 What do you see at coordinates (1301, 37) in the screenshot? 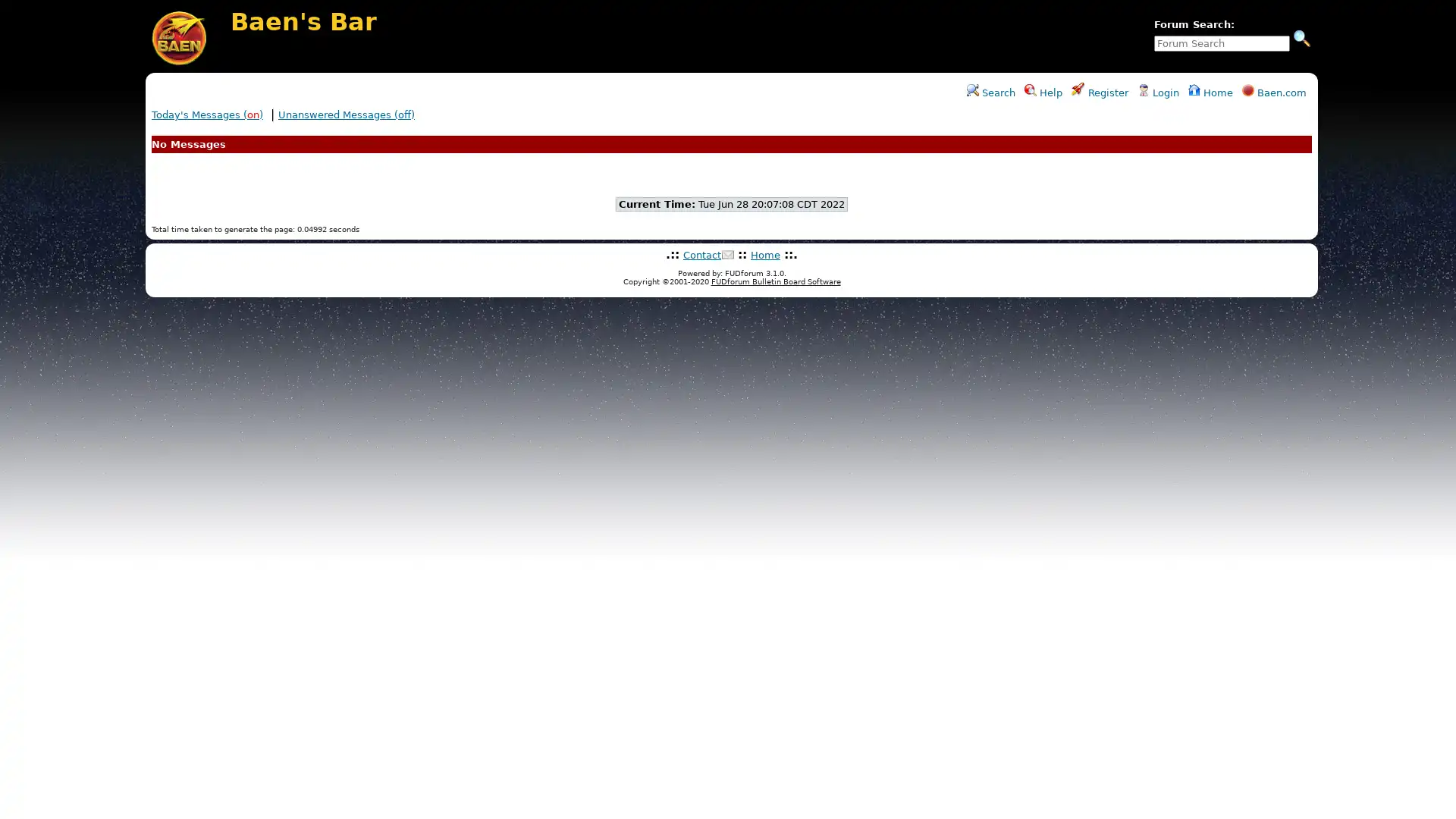
I see `Search` at bounding box center [1301, 37].